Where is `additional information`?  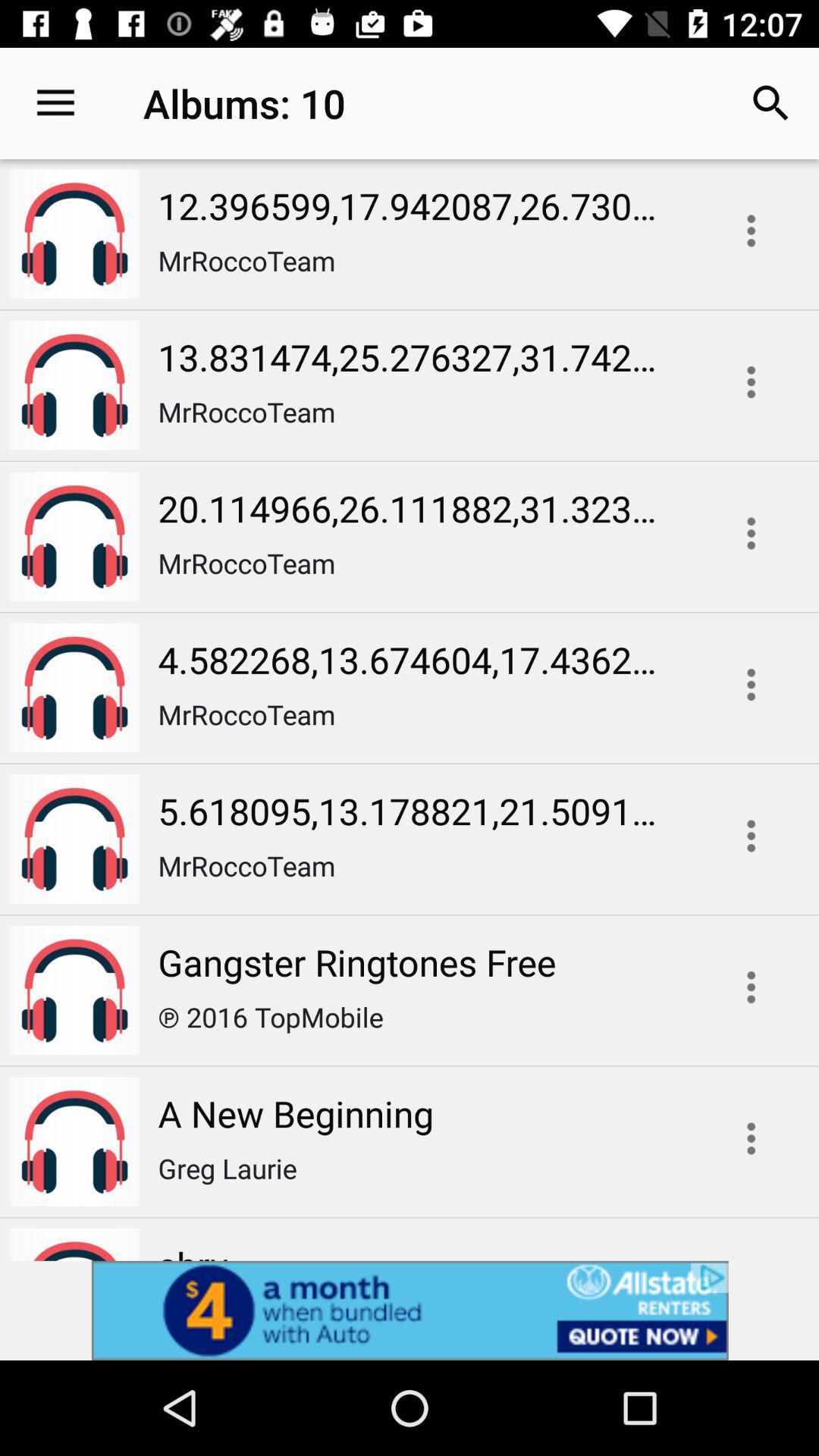
additional information is located at coordinates (751, 683).